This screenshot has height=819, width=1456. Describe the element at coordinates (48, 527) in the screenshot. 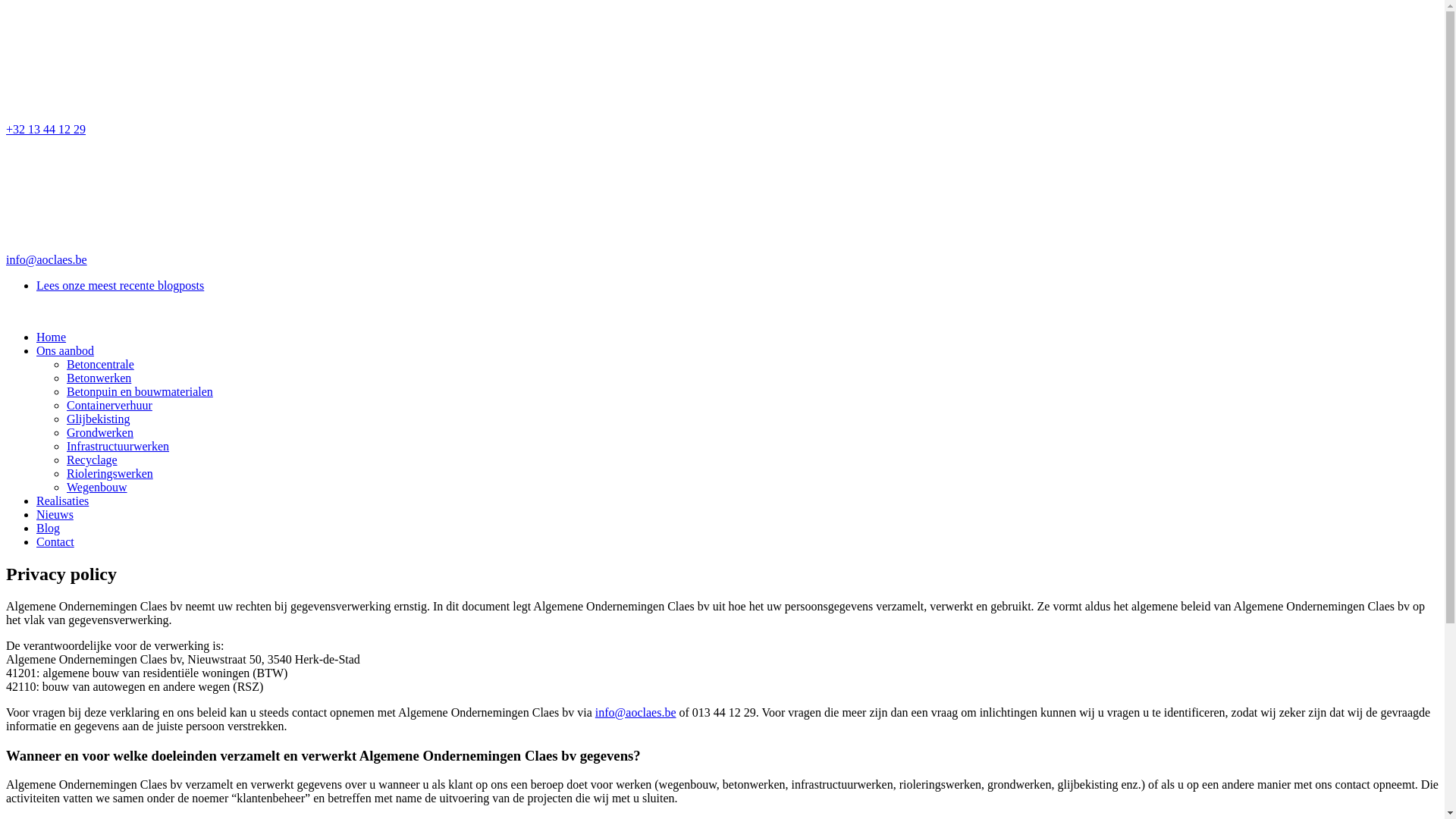

I see `'Blog'` at that location.